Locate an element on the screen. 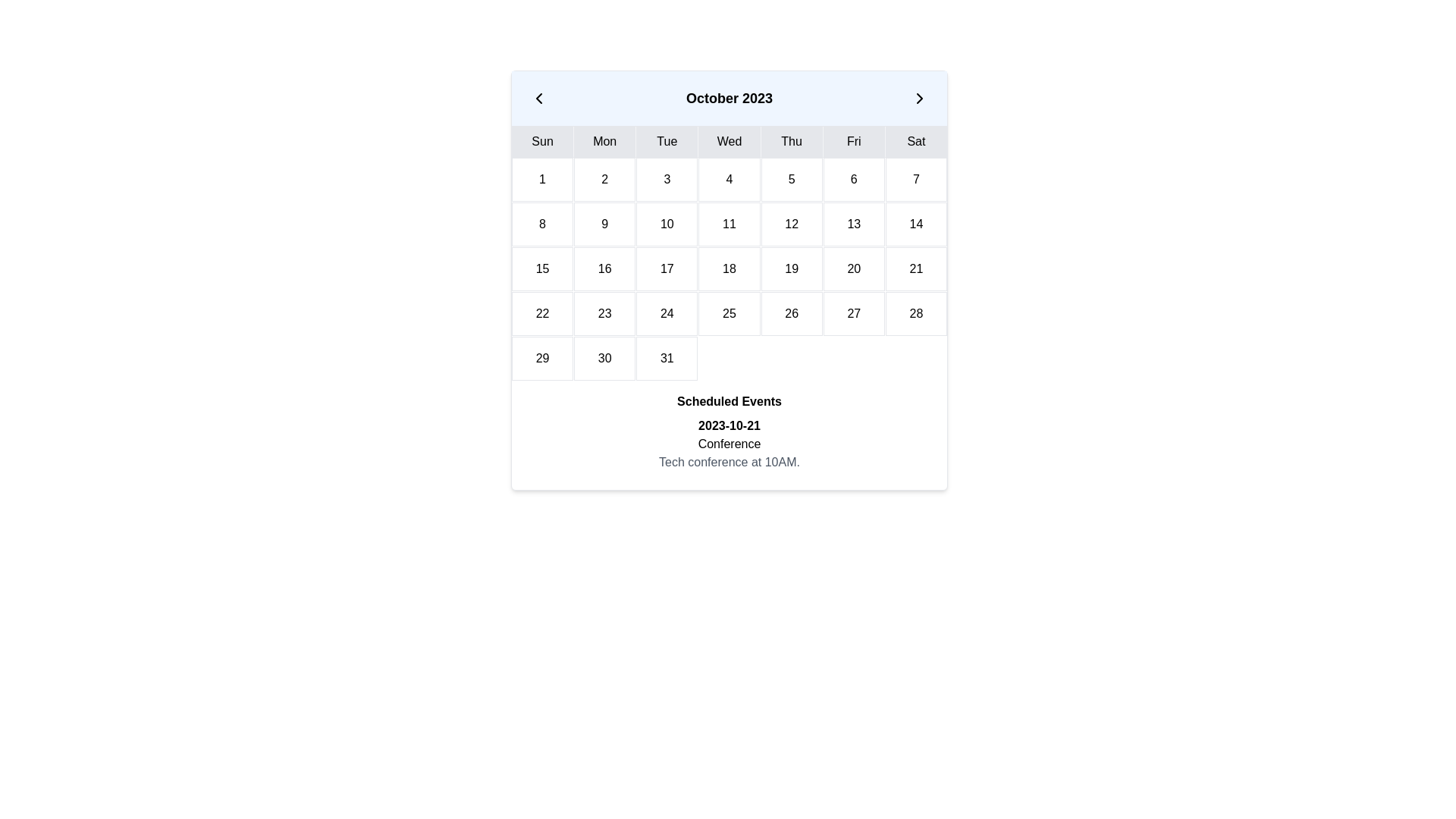 The image size is (1456, 819). the right-facing chevron icon located in the top-right corner of the interface is located at coordinates (919, 99).